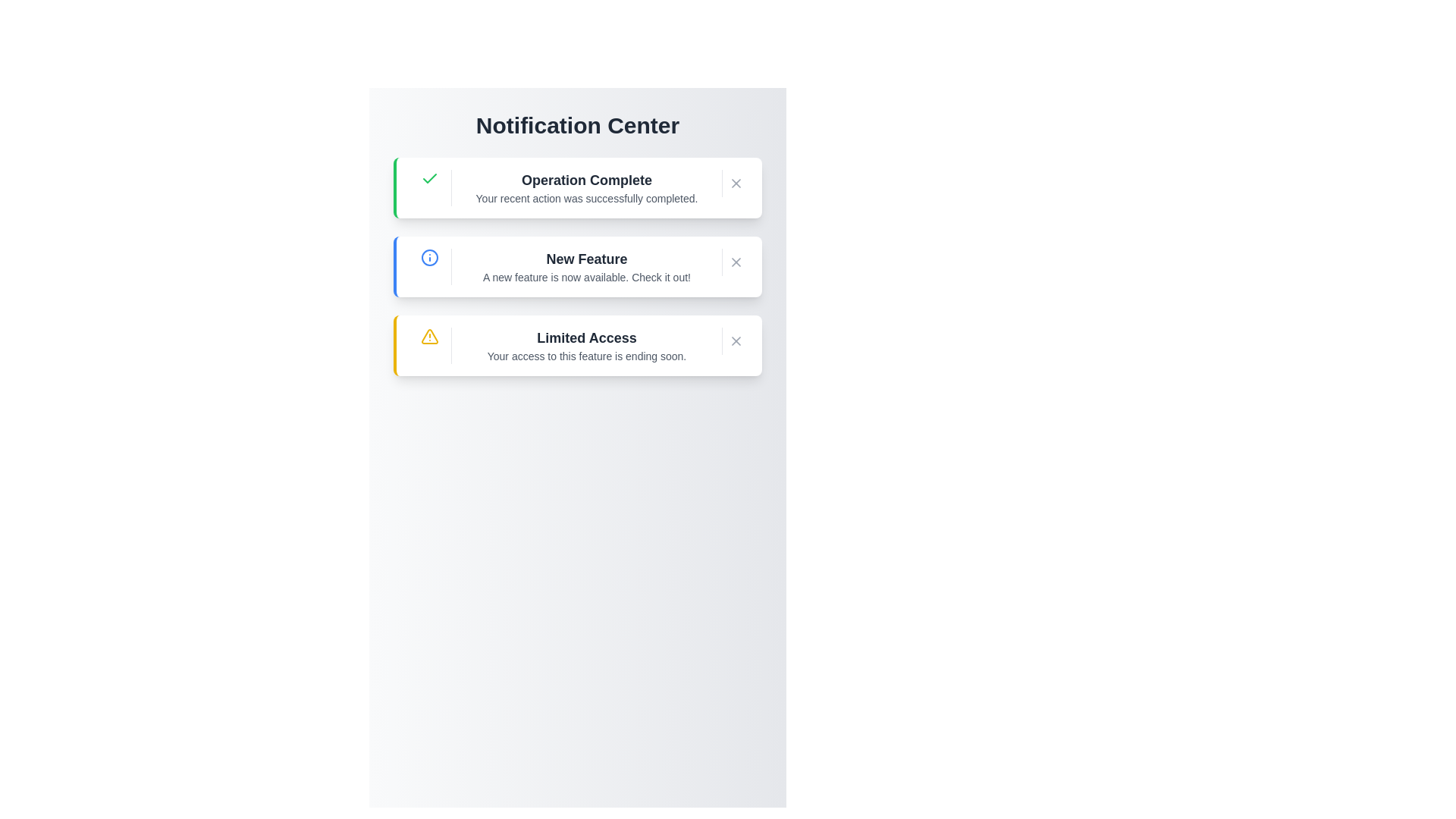 This screenshot has width=1456, height=819. I want to click on the green checkmark icon representing a confirmation indicator within the first notification card labeled 'Operation Complete' for further operations, so click(428, 177).